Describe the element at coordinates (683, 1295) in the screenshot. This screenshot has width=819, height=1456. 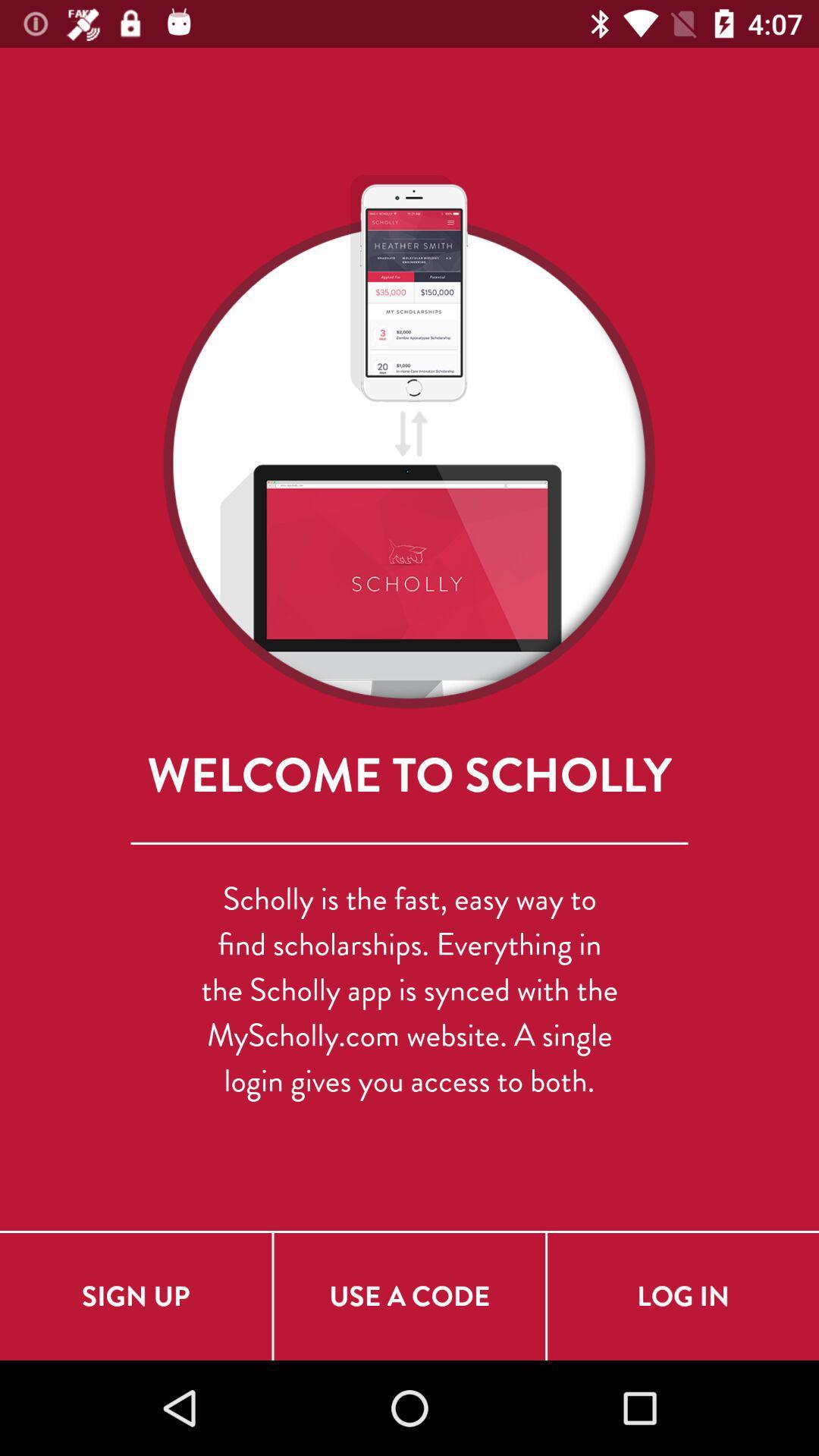
I see `log in` at that location.